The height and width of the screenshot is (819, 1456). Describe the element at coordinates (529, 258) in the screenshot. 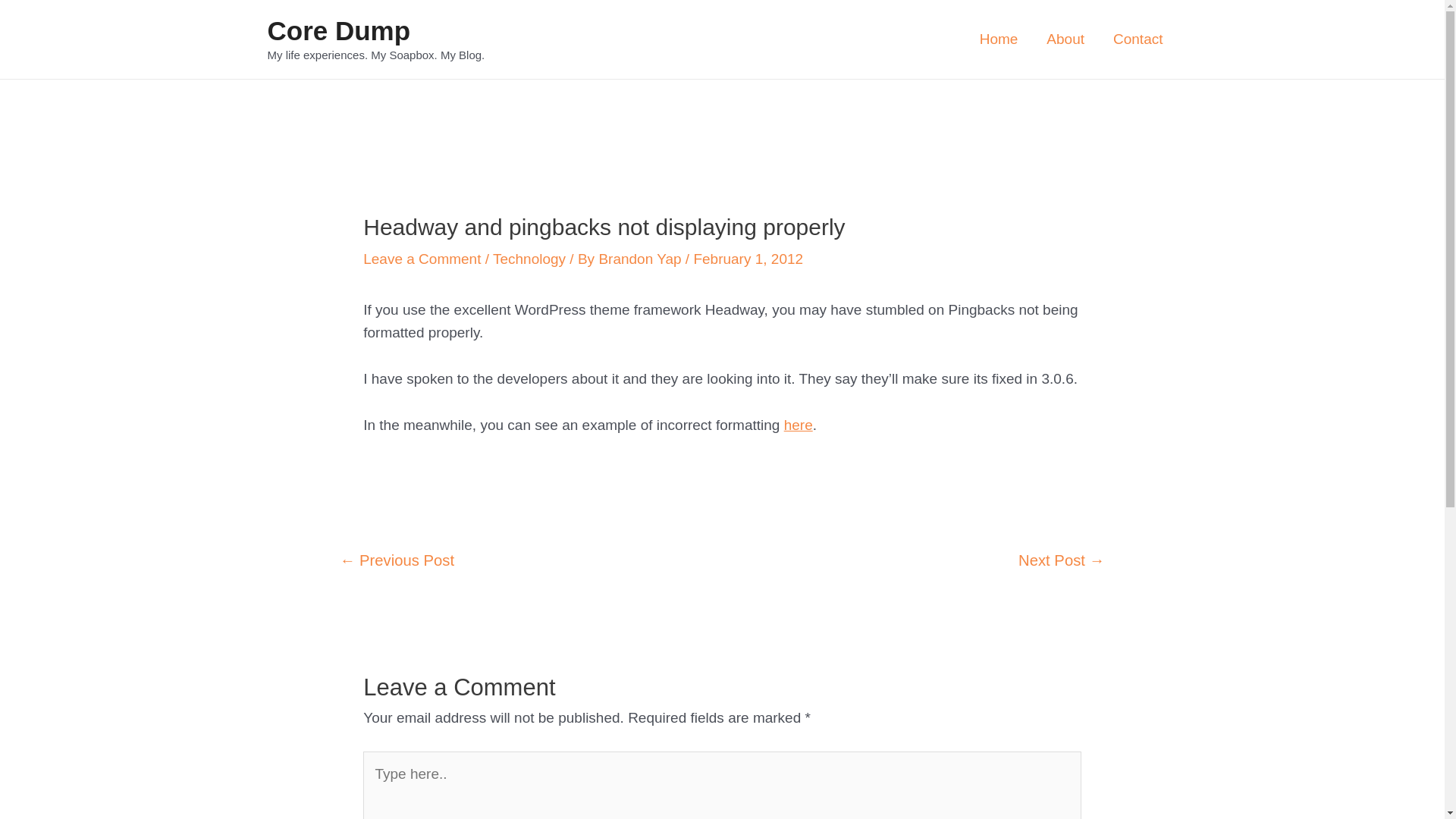

I see `'Technology'` at that location.